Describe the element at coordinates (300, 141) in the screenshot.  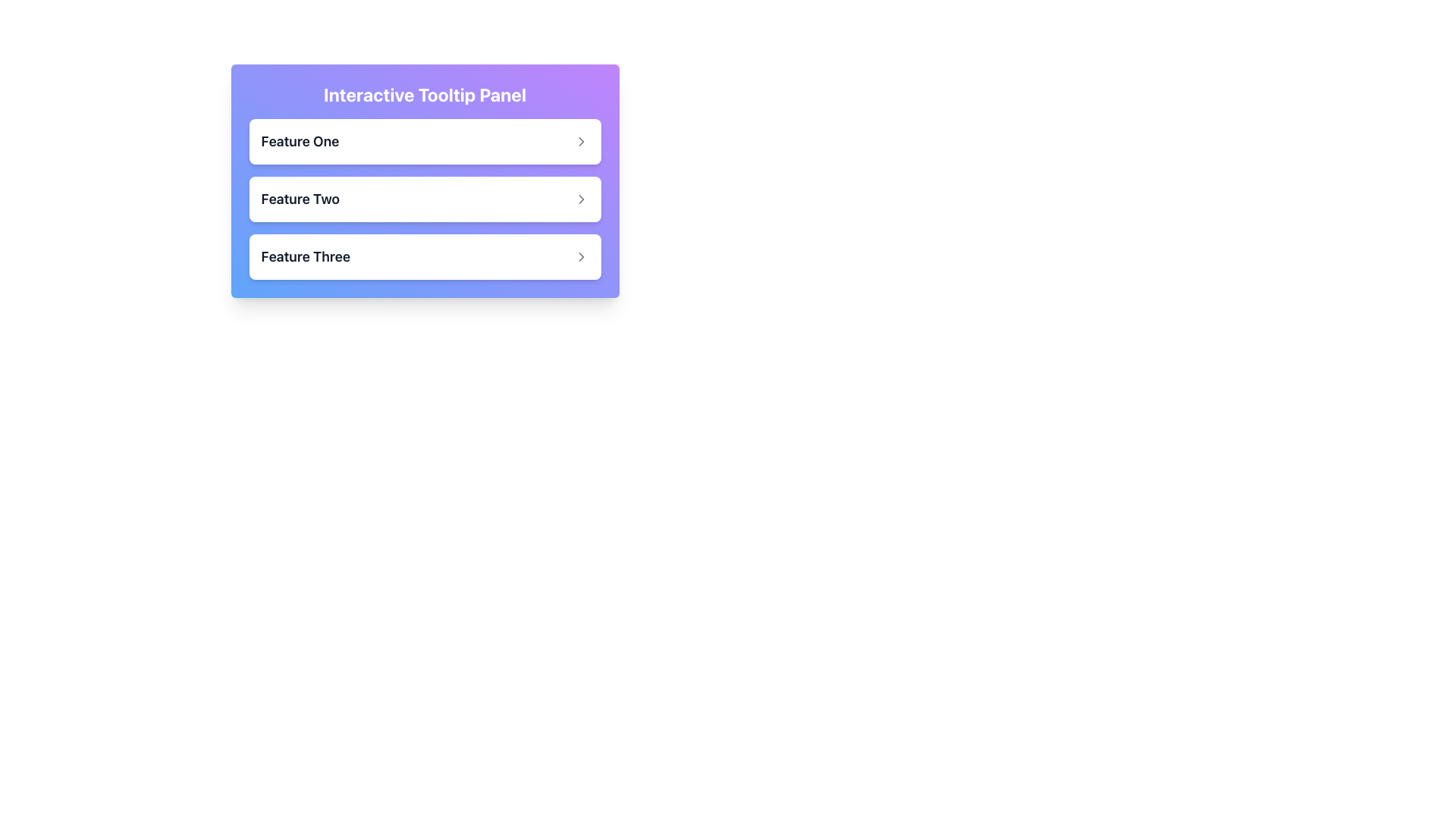
I see `the text label at the top-left corner of the interactive list item` at that location.